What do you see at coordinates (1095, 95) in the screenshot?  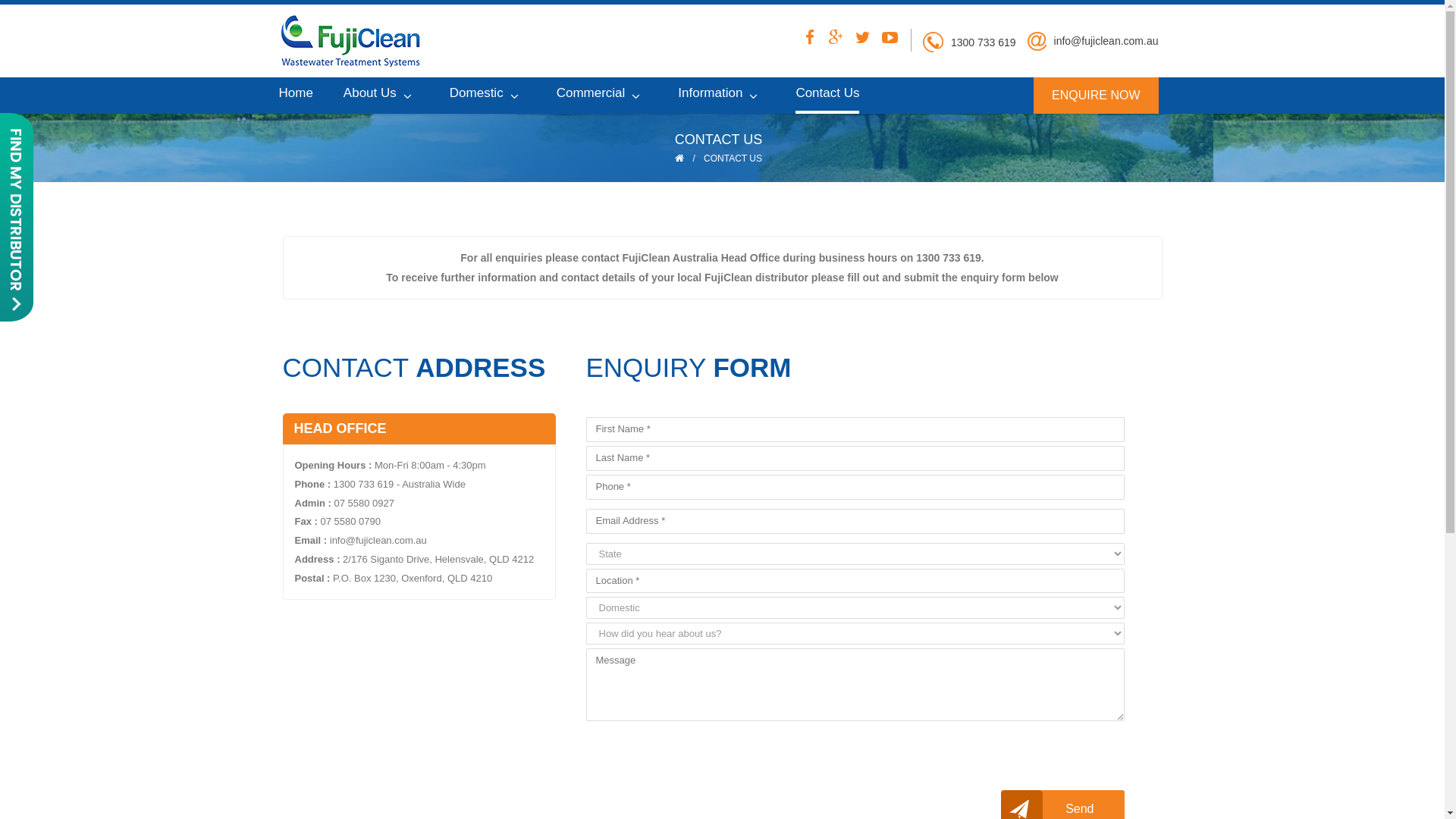 I see `'ENQUIRE NOW'` at bounding box center [1095, 95].